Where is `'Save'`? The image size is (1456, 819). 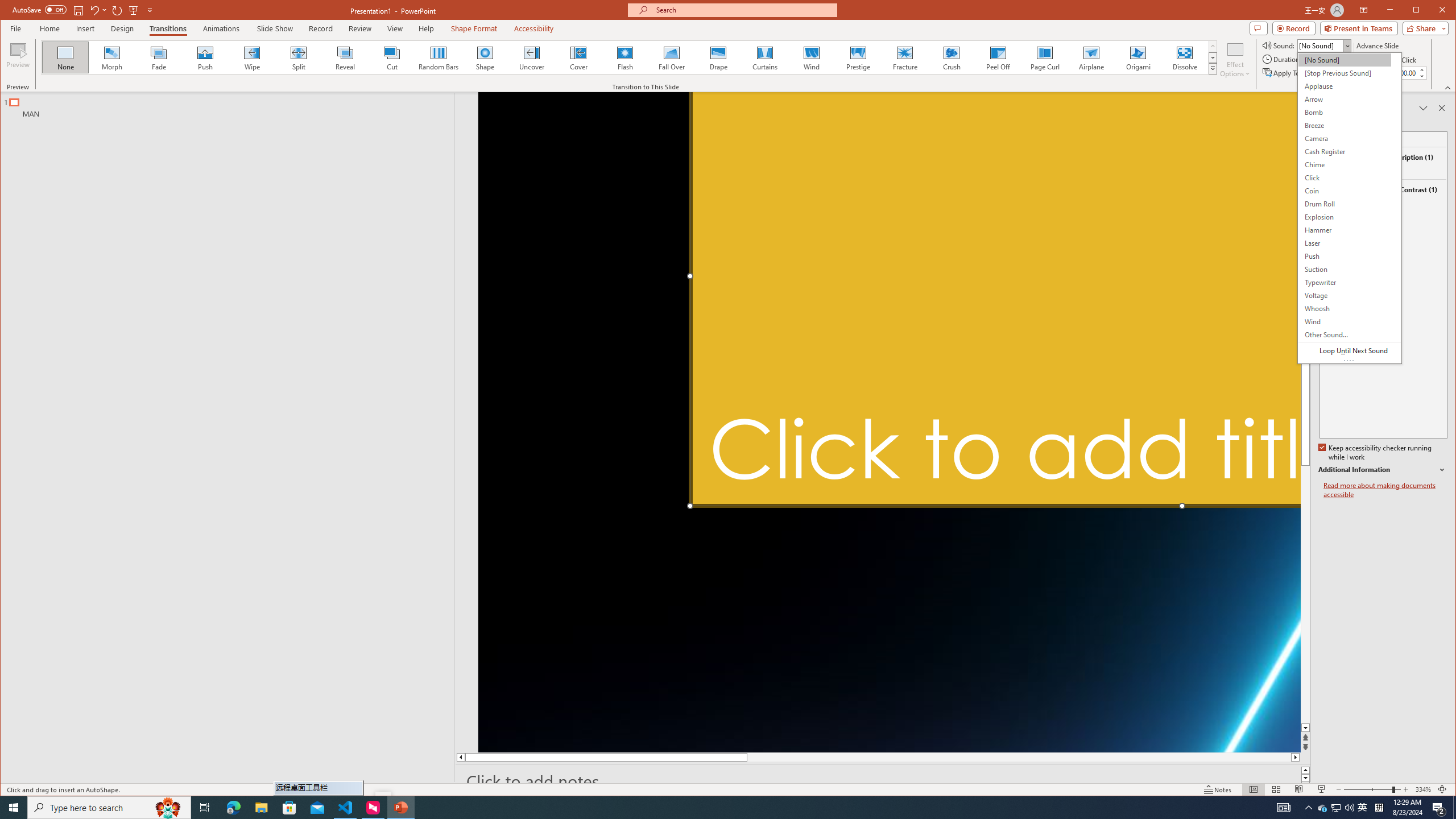 'Save' is located at coordinates (77, 9).